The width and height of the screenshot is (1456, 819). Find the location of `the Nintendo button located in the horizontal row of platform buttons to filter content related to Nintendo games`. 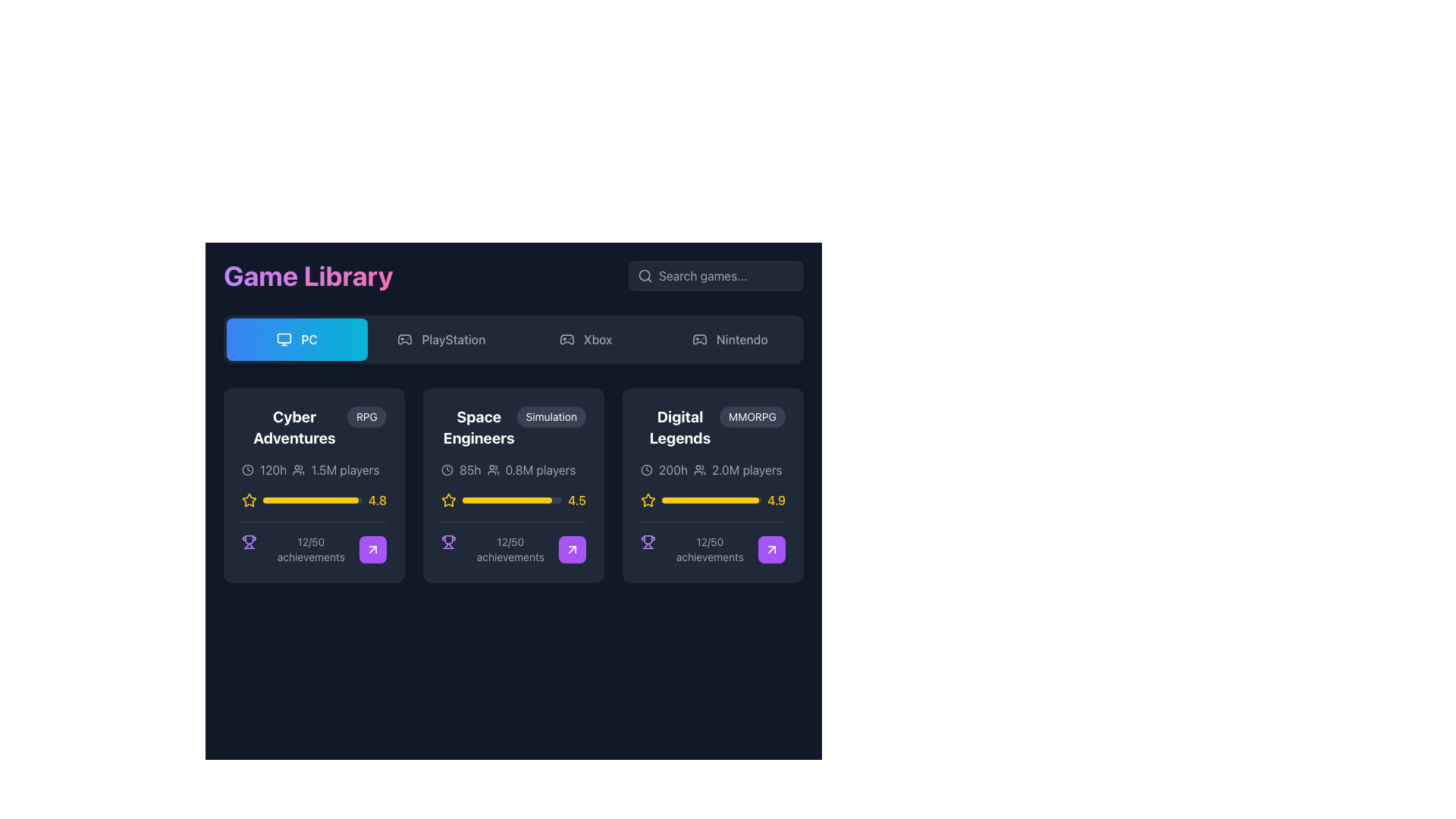

the Nintendo button located in the horizontal row of platform buttons to filter content related to Nintendo games is located at coordinates (730, 338).